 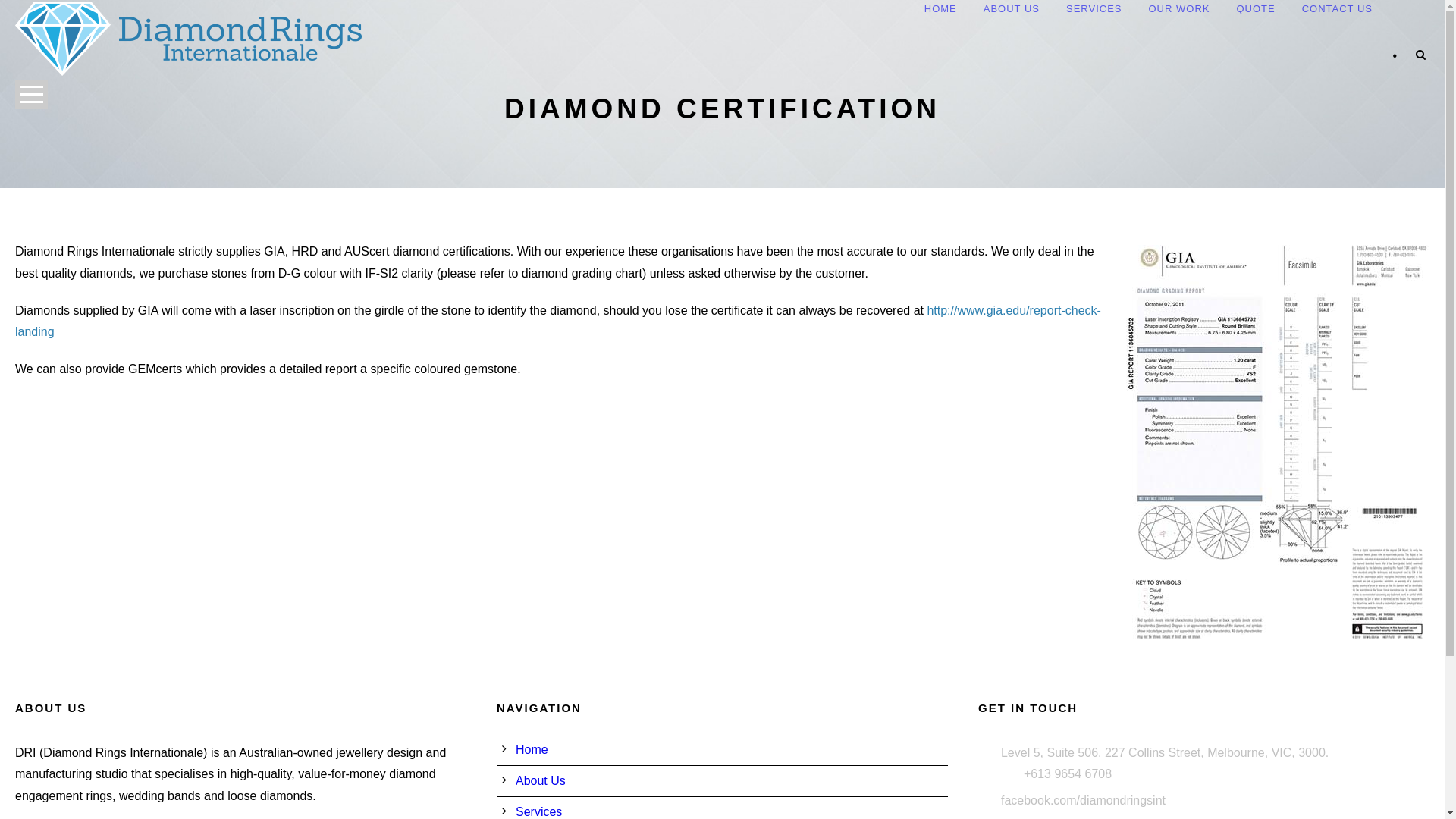 I want to click on 'CONTACT US', so click(x=1337, y=10).